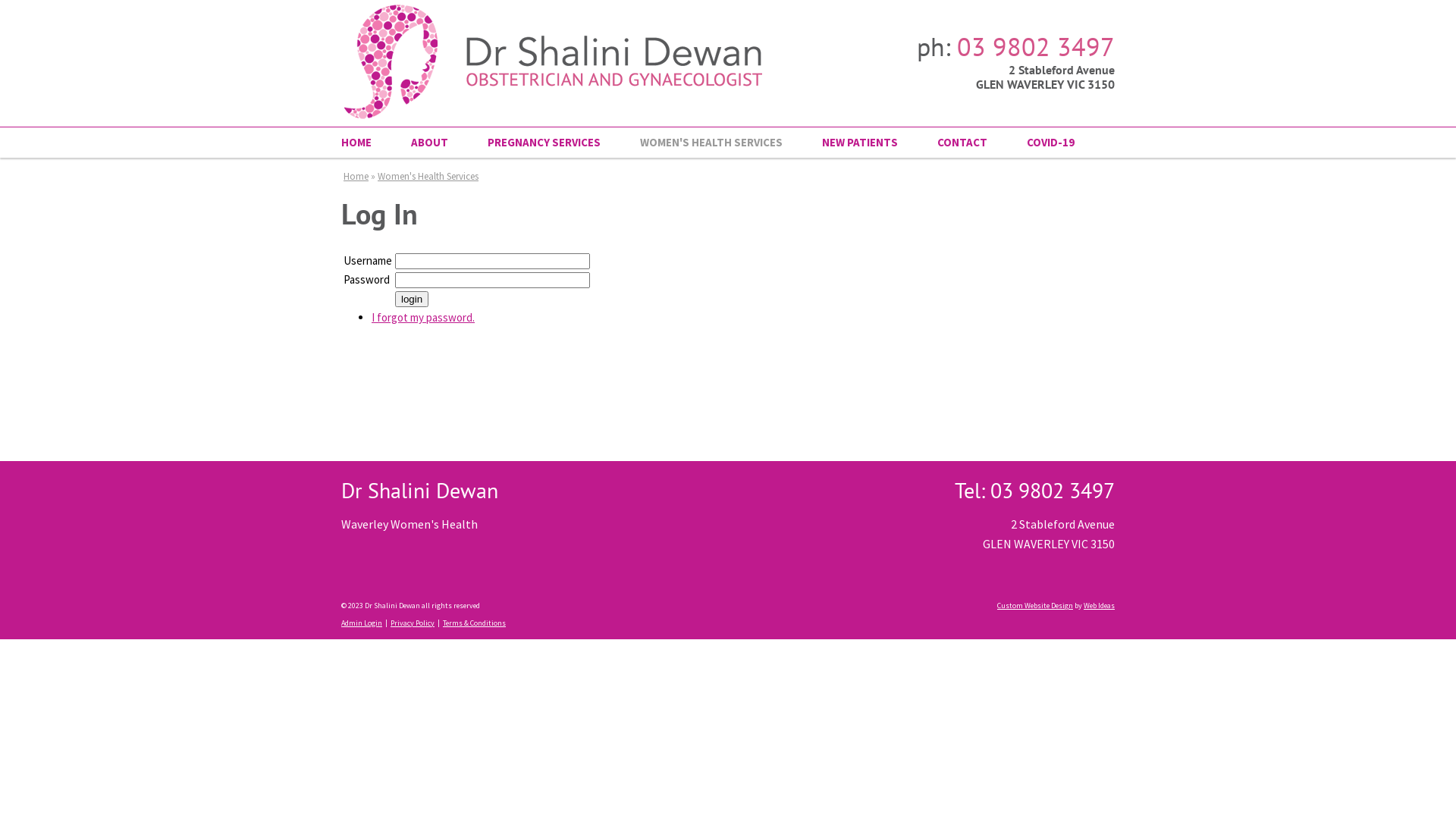  What do you see at coordinates (1040, 143) in the screenshot?
I see `'COVID-19'` at bounding box center [1040, 143].